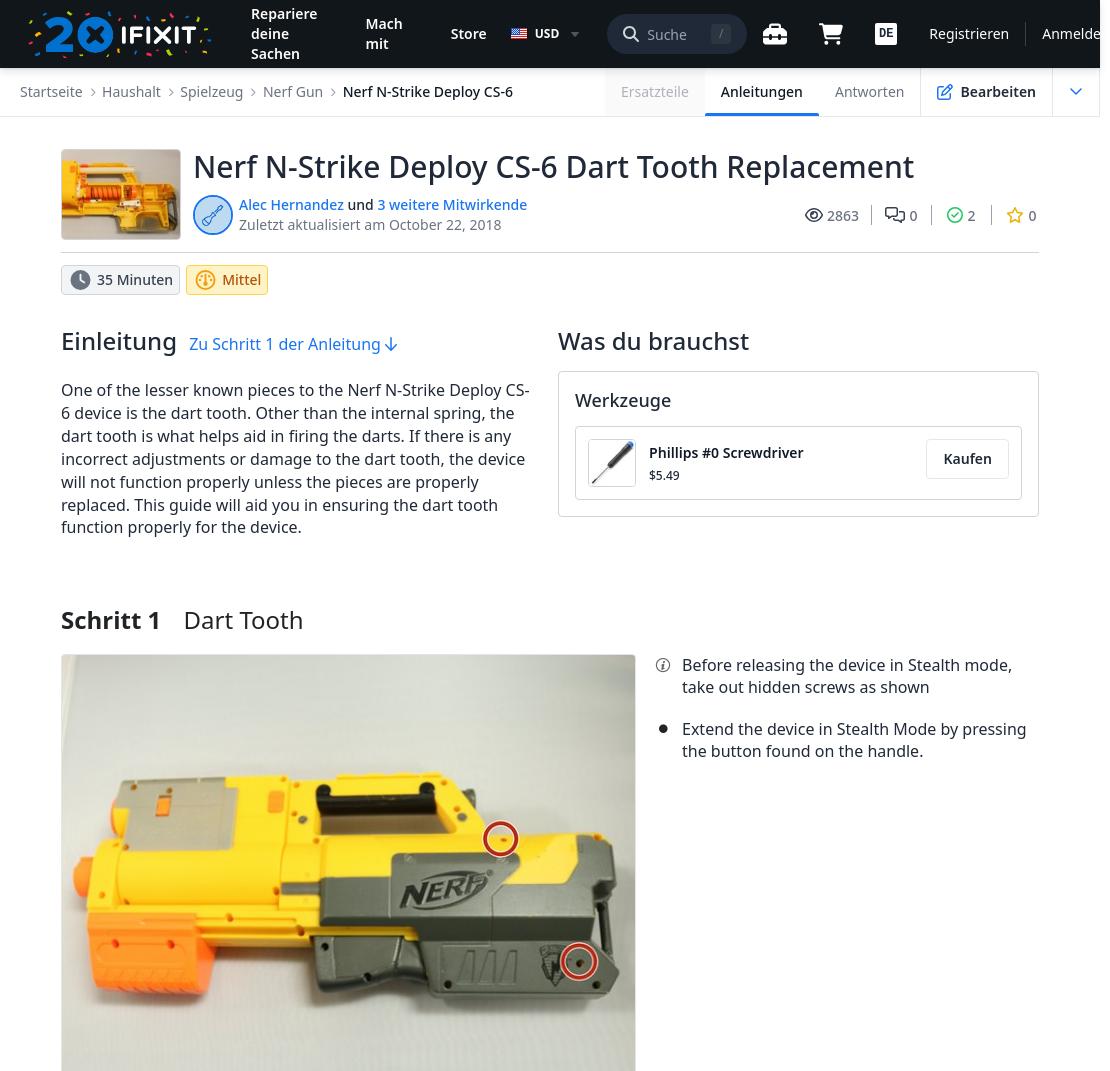  What do you see at coordinates (79, 153) in the screenshot?
I see `'2 Personen haben diese Anleitung schon erfolgreich absolviert. Du auch?'` at bounding box center [79, 153].